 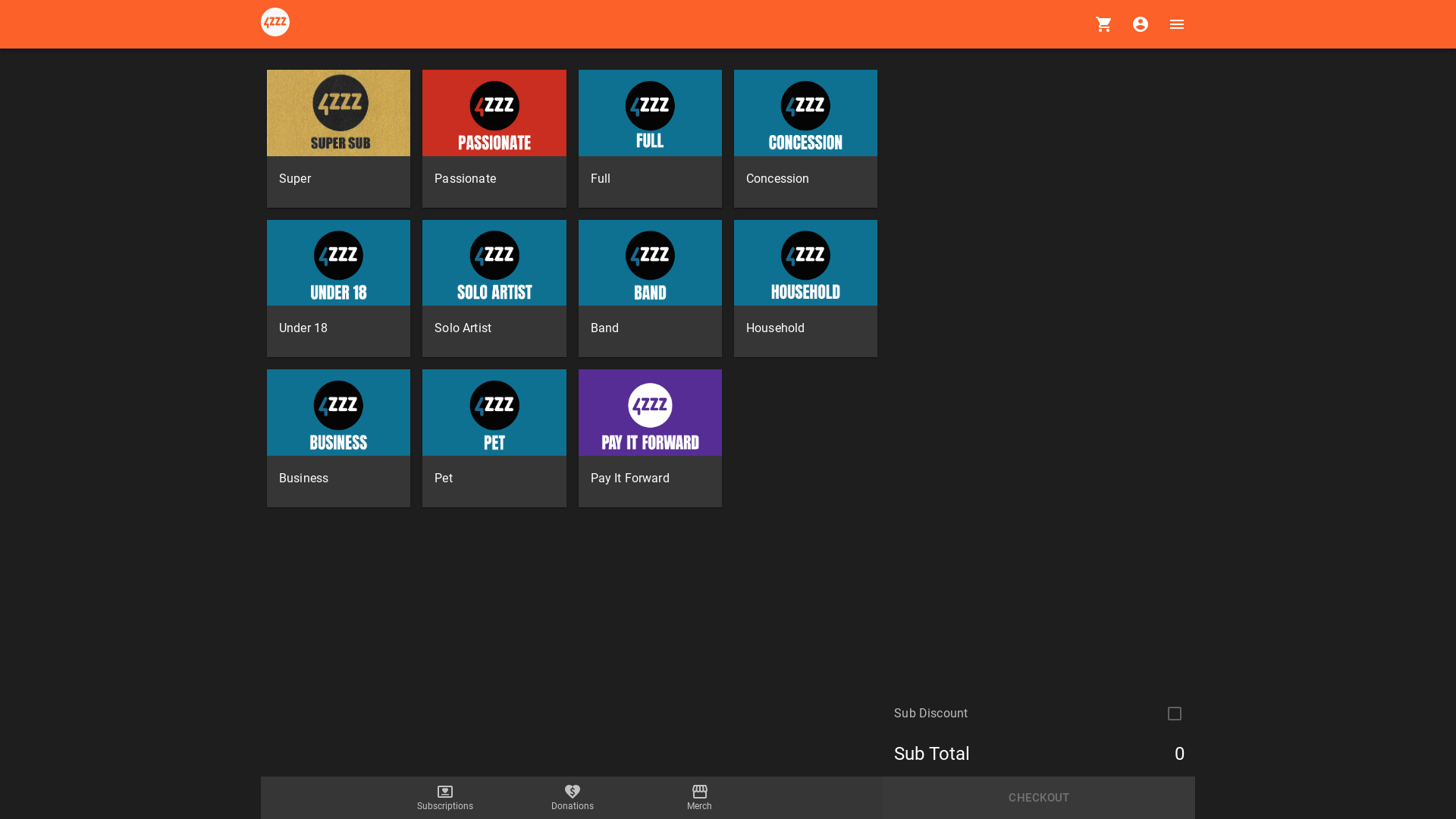 What do you see at coordinates (1157, 24) in the screenshot?
I see `'Menu'` at bounding box center [1157, 24].